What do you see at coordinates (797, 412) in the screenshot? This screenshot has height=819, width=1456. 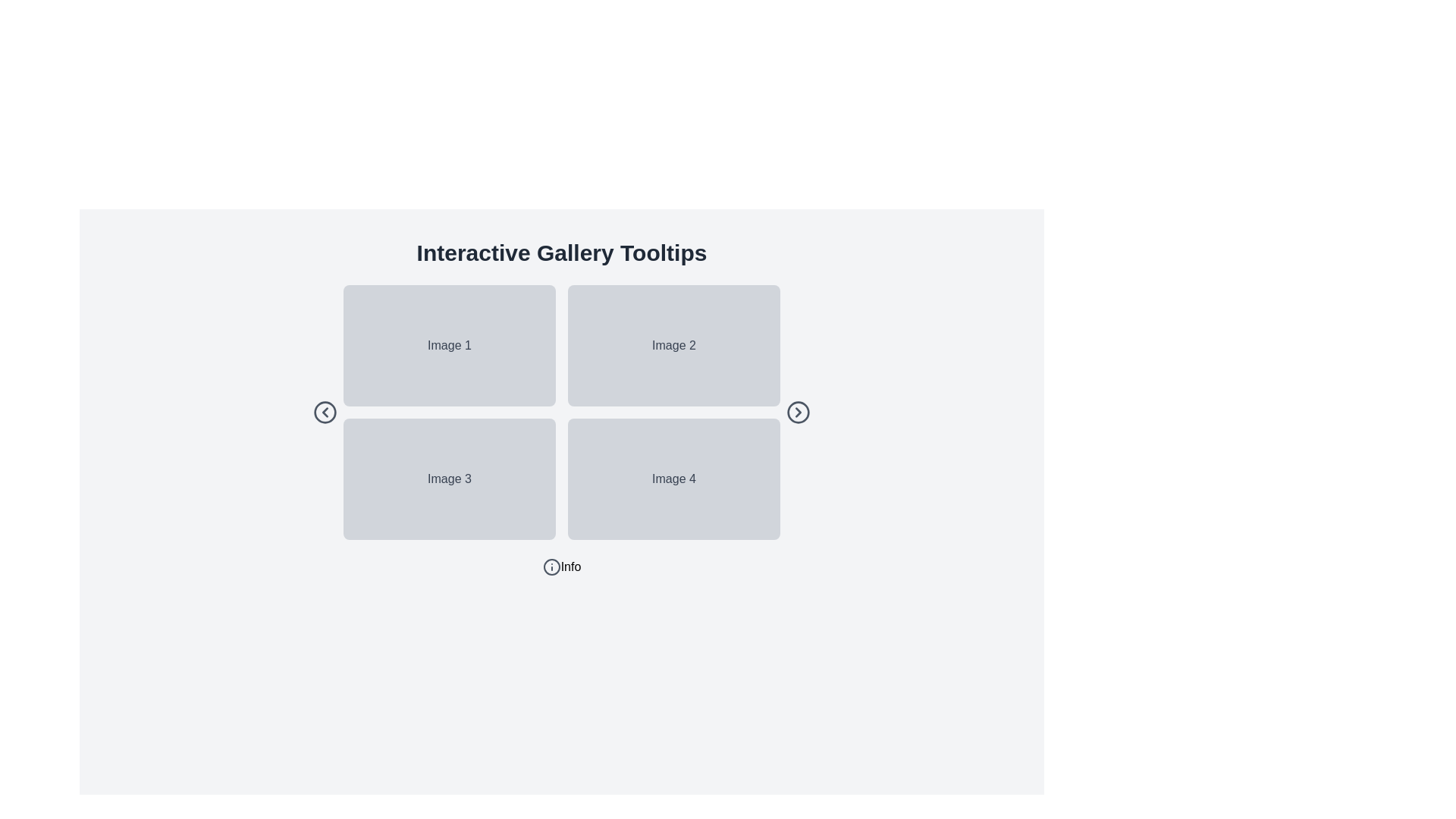 I see `the right-chevron button located on the right side of the interactive gallery interface` at bounding box center [797, 412].